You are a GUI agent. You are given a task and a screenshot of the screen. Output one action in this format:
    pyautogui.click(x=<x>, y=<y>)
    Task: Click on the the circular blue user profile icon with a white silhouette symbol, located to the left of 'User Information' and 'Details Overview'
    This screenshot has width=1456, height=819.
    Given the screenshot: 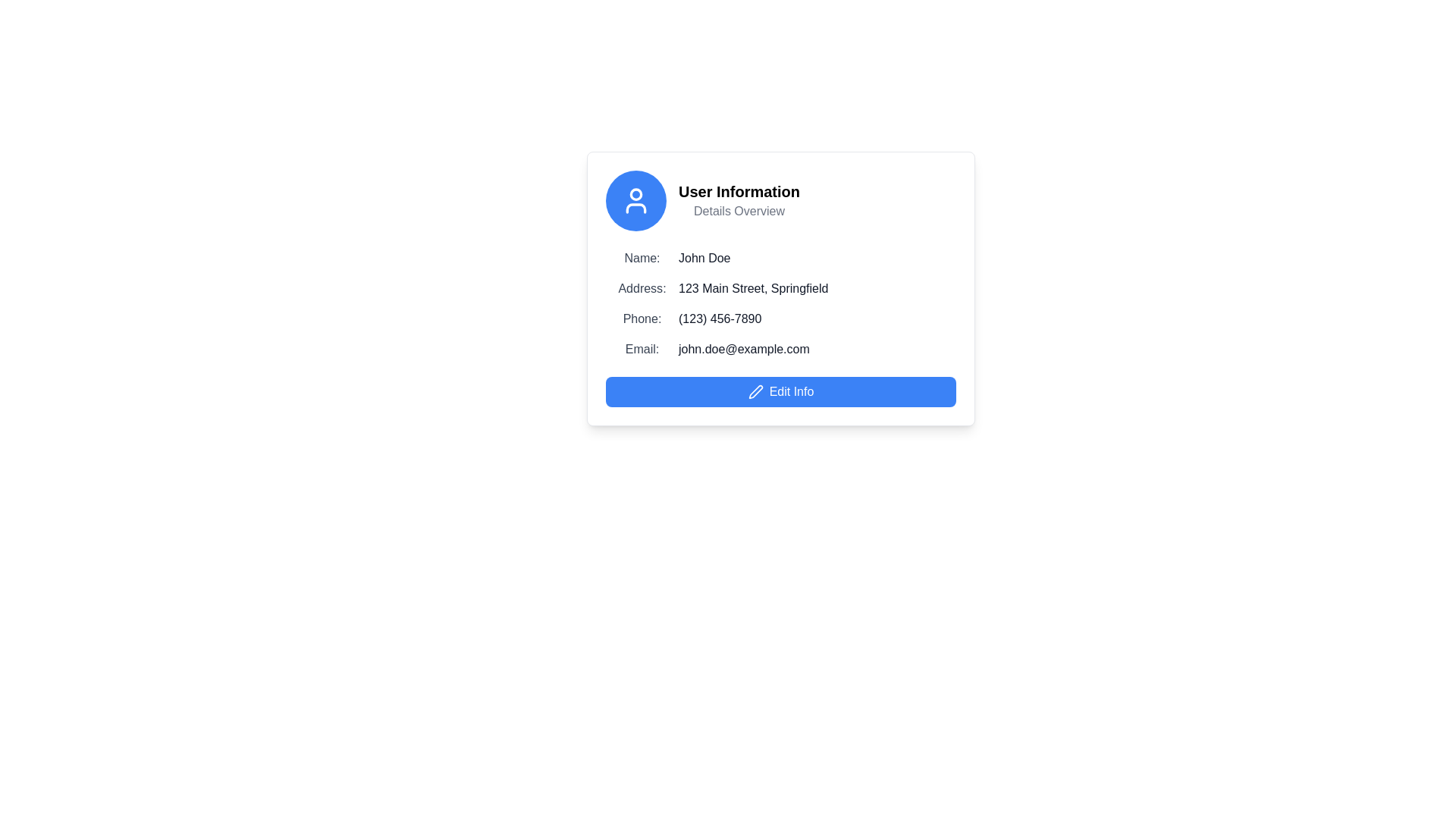 What is the action you would take?
    pyautogui.click(x=636, y=200)
    